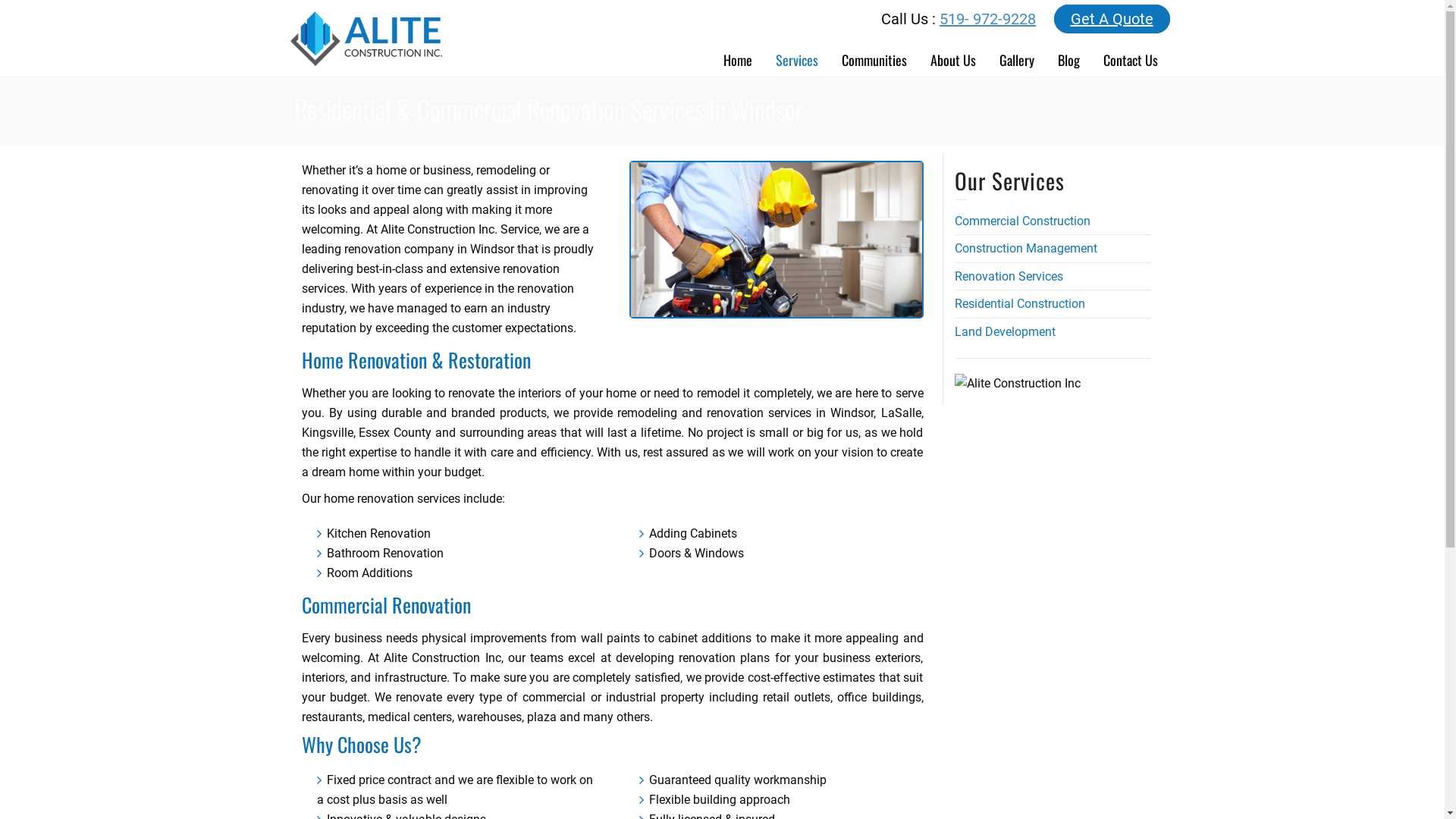  What do you see at coordinates (737, 54) in the screenshot?
I see `'Home'` at bounding box center [737, 54].